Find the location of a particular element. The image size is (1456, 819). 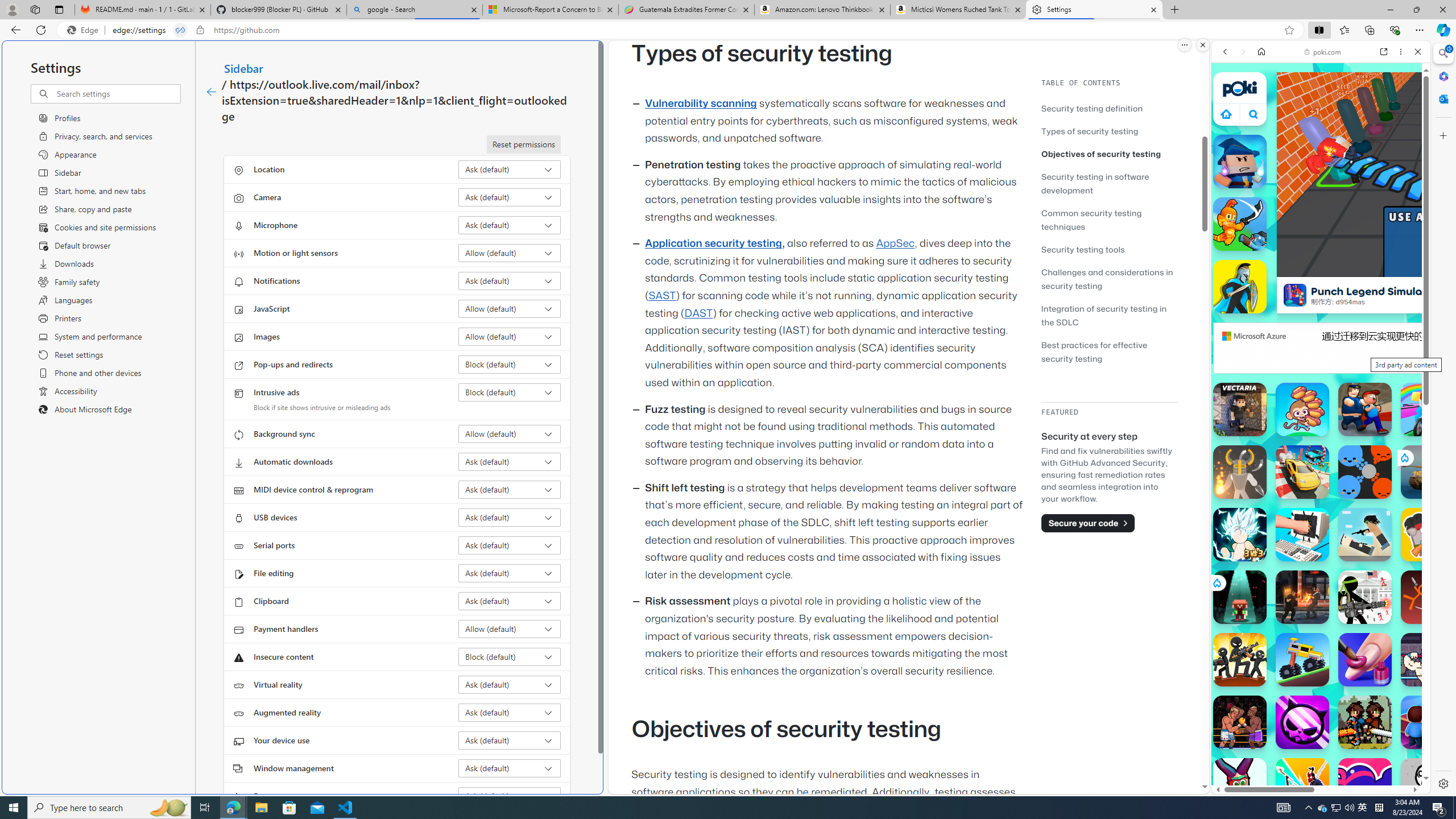

'Crazy Cars' is located at coordinates (1420, 574).